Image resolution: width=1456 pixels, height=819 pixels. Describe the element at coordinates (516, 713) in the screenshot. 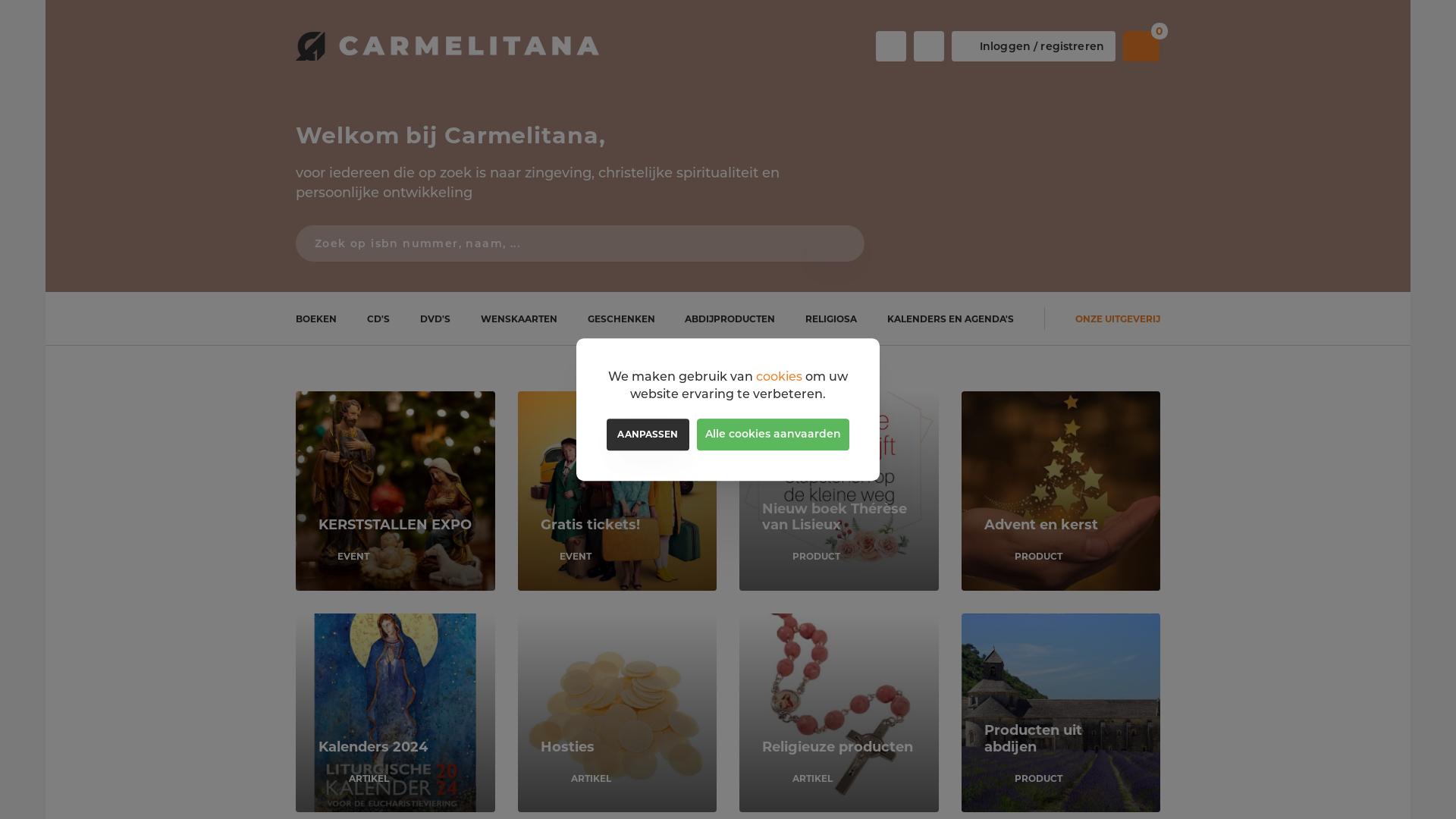

I see `'Hosties` at that location.